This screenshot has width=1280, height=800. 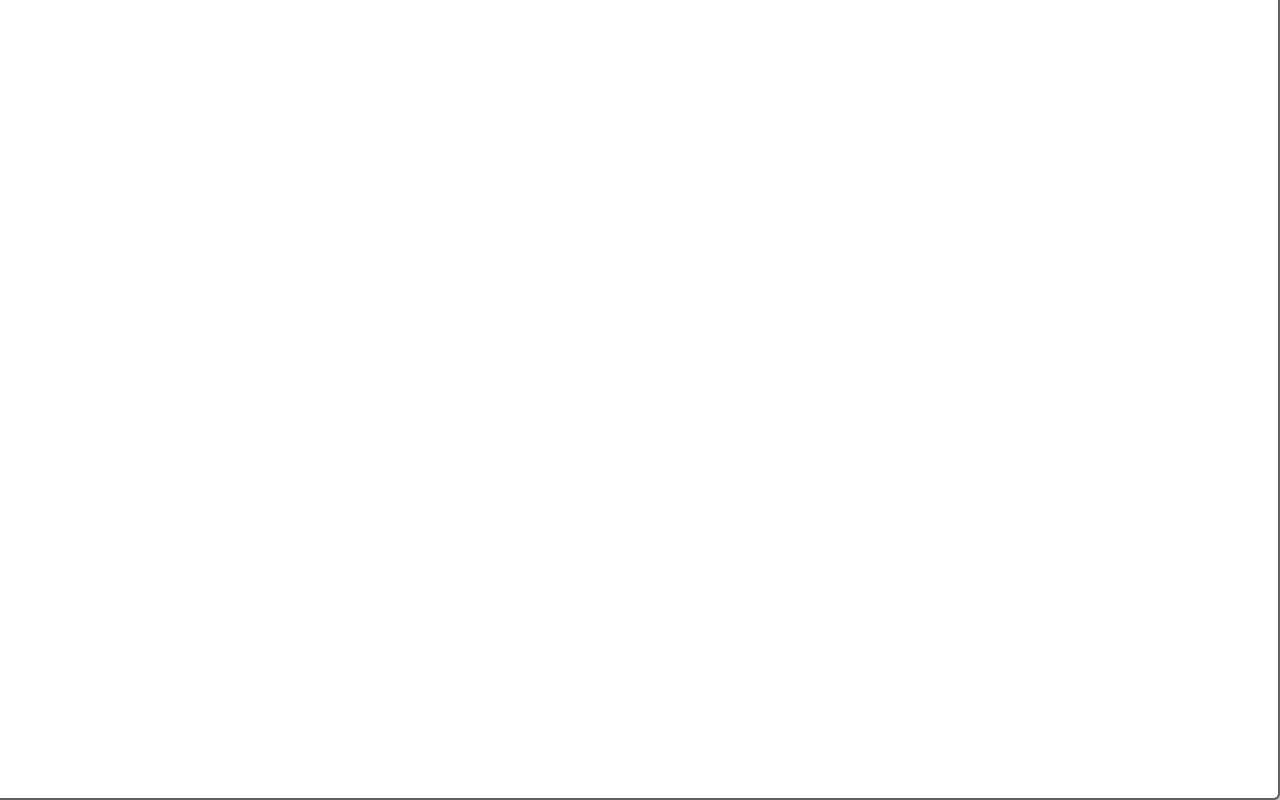 I want to click on 'groundwater', so click(x=197, y=147).